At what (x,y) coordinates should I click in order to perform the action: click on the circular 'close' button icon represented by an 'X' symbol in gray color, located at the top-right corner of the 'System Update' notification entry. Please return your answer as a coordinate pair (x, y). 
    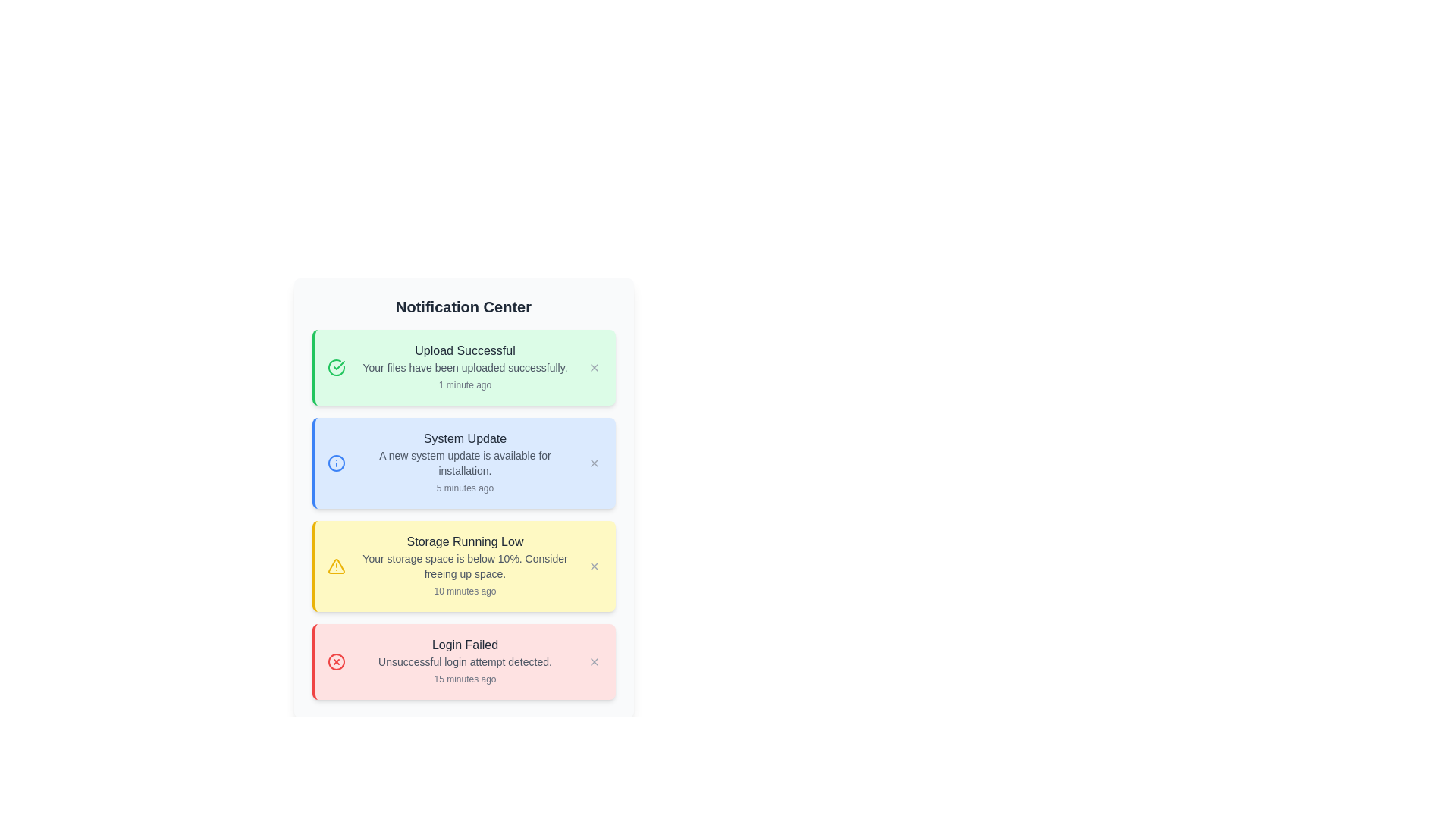
    Looking at the image, I should click on (593, 462).